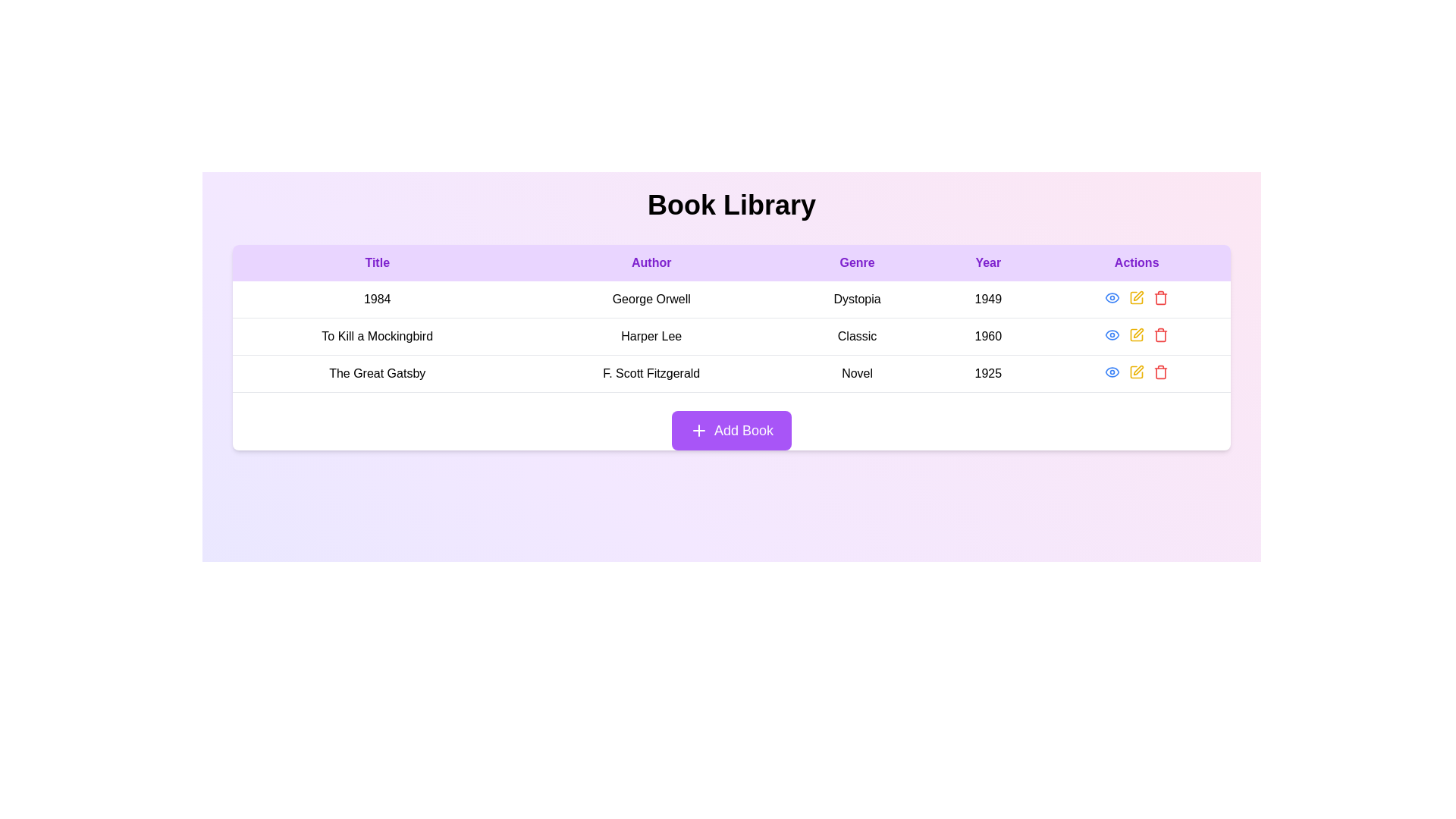 Image resolution: width=1456 pixels, height=819 pixels. Describe the element at coordinates (988, 300) in the screenshot. I see `the 'Year' text label in the first row of the book table, which displays the publication year for '1984'` at that location.